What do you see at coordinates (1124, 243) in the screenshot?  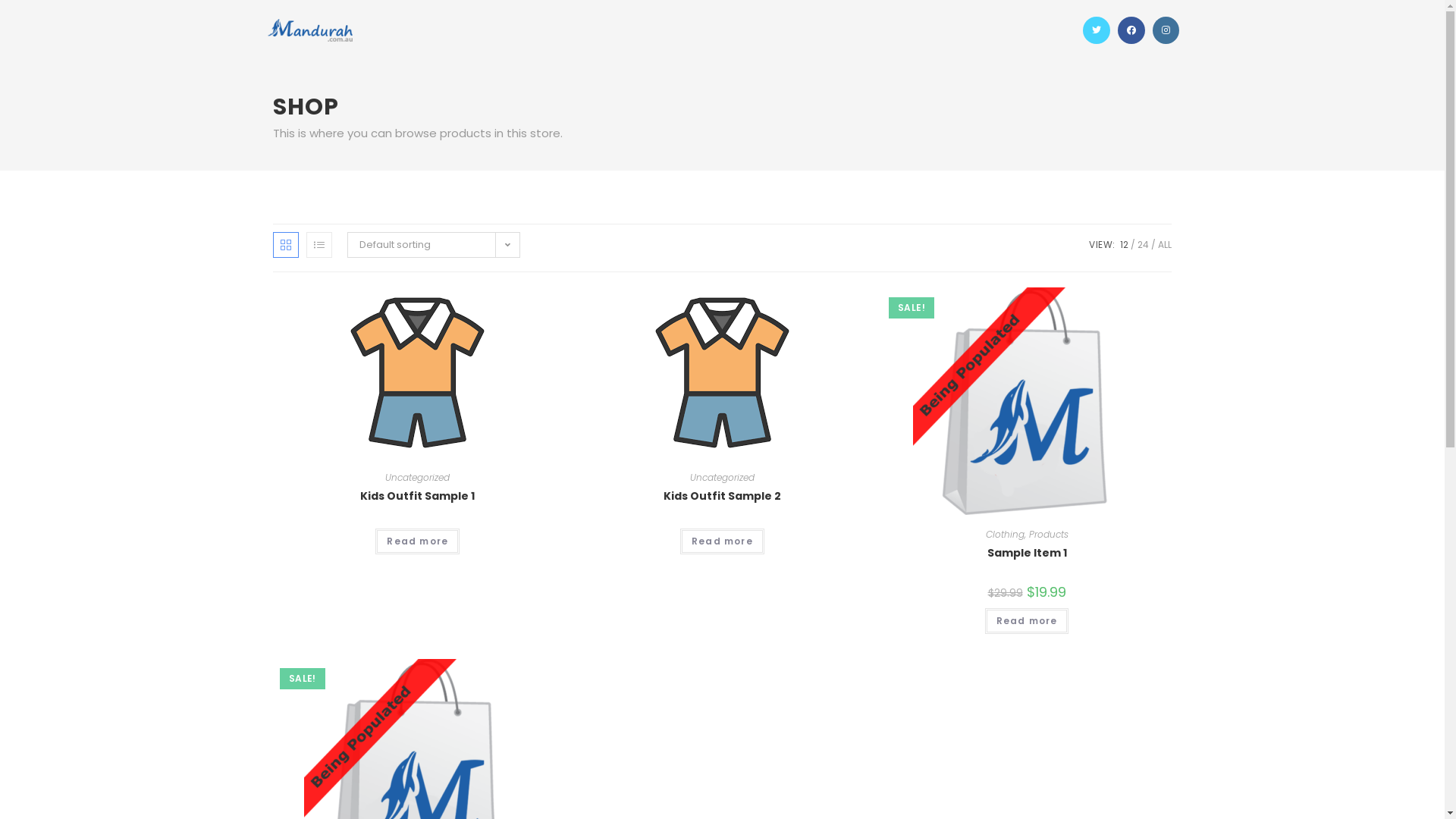 I see `'12'` at bounding box center [1124, 243].